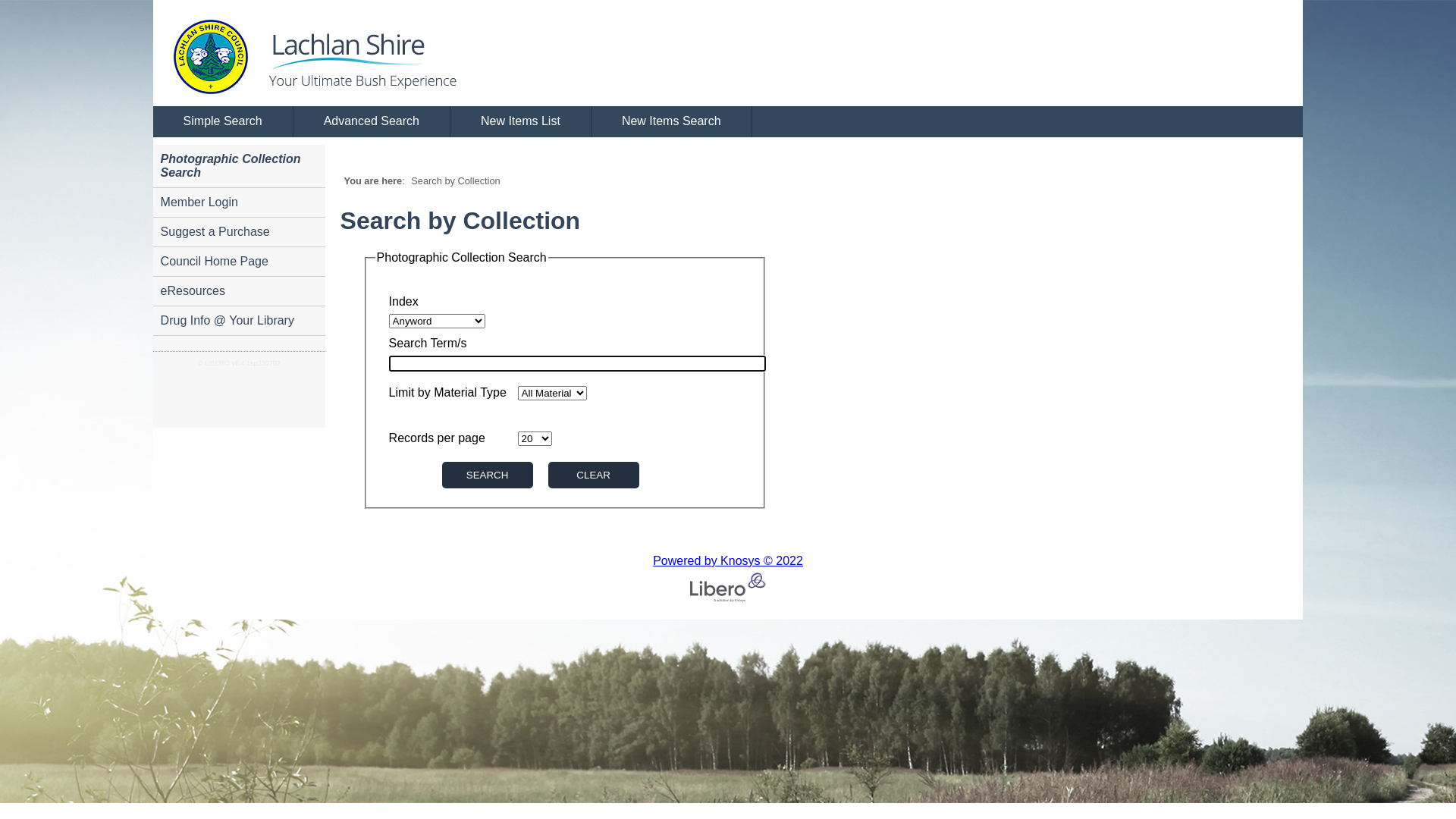 The image size is (1456, 819). I want to click on 'New Items Search', so click(671, 121).